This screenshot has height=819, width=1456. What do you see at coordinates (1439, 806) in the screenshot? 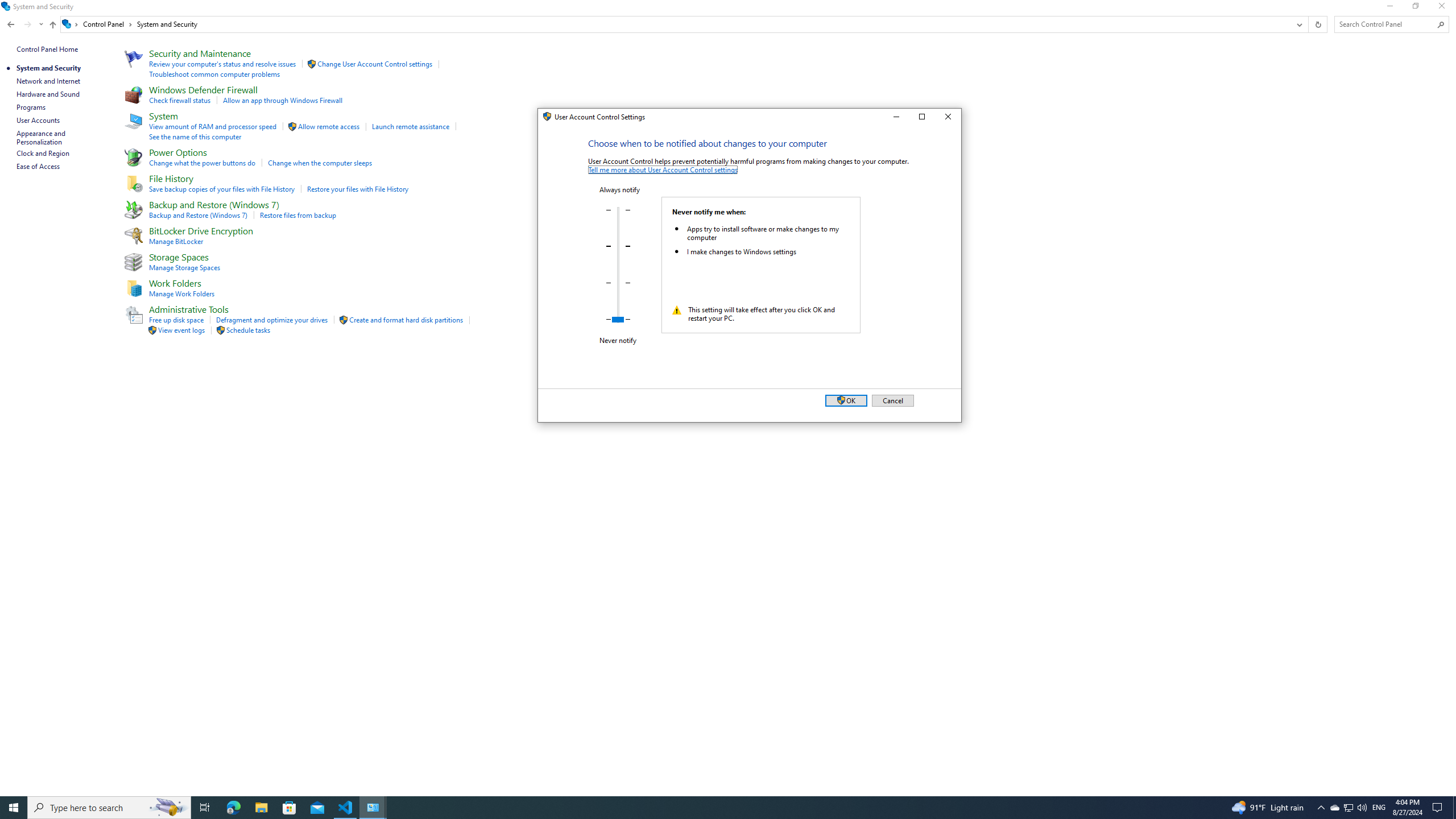
I see `'Action Center, No new notifications'` at bounding box center [1439, 806].